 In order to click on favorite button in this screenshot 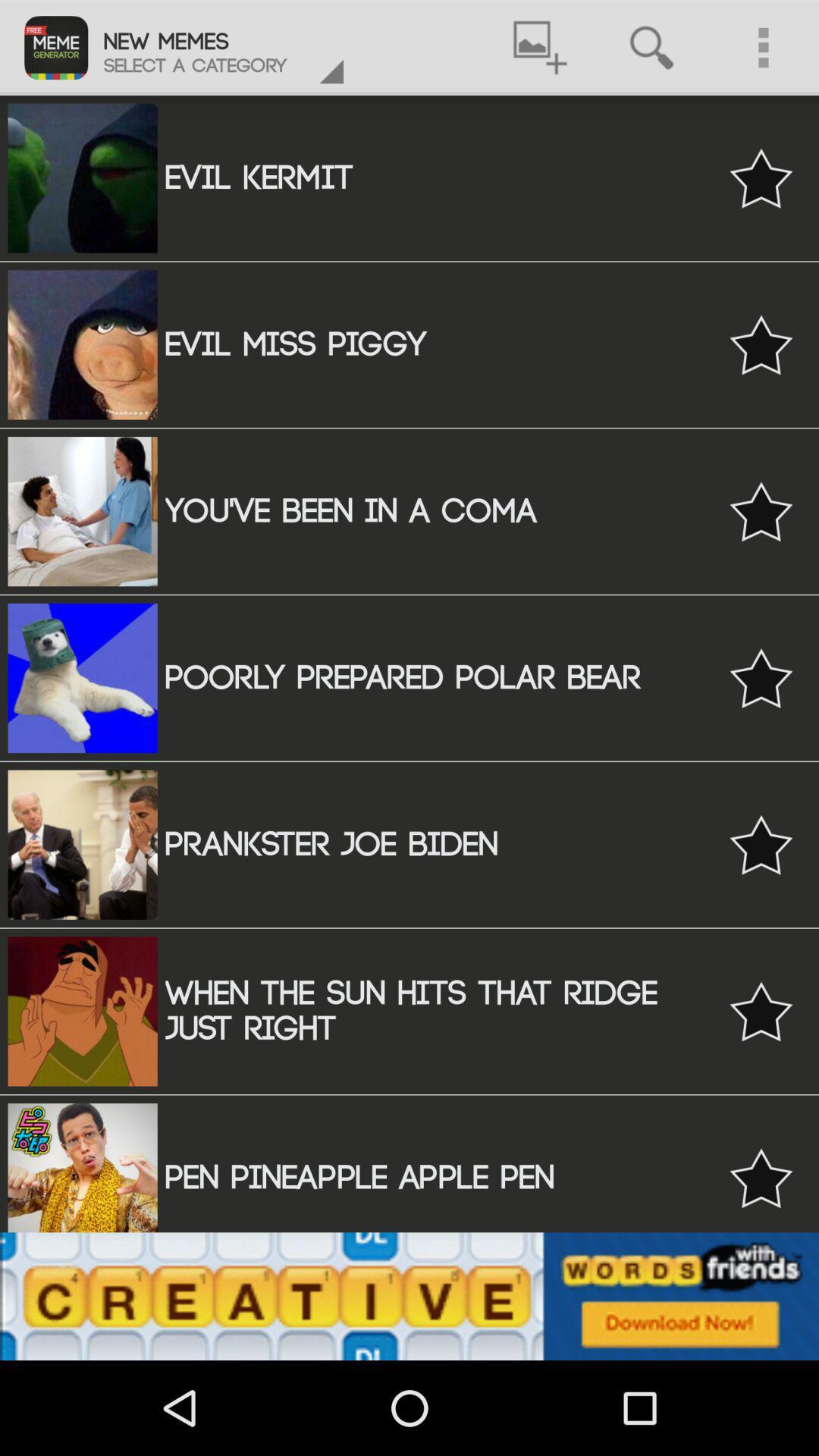, I will do `click(761, 344)`.